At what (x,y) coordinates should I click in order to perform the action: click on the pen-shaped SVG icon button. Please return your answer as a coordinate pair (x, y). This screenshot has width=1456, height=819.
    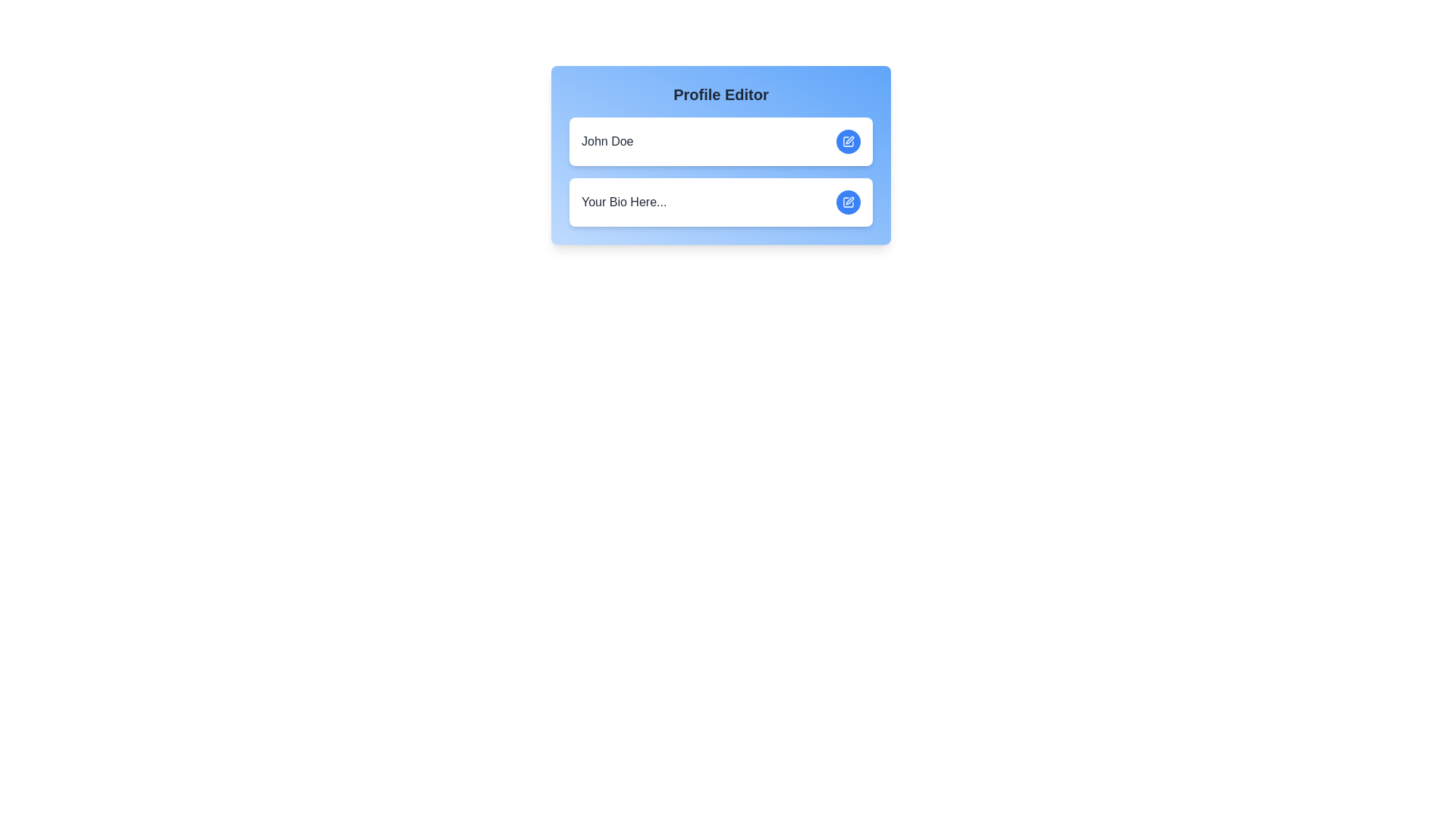
    Looking at the image, I should click on (850, 200).